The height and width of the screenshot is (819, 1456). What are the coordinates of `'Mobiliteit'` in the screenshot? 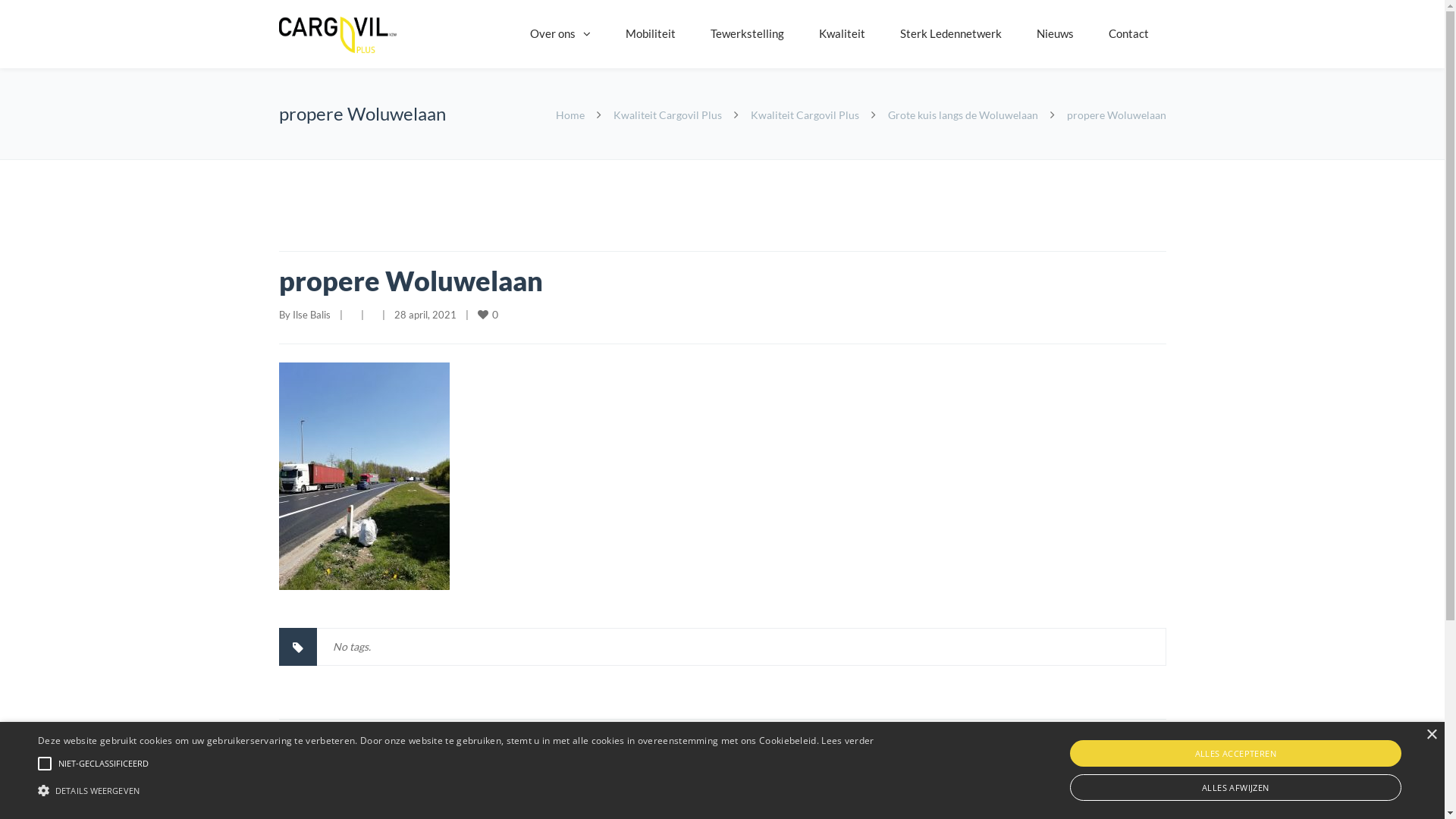 It's located at (651, 34).